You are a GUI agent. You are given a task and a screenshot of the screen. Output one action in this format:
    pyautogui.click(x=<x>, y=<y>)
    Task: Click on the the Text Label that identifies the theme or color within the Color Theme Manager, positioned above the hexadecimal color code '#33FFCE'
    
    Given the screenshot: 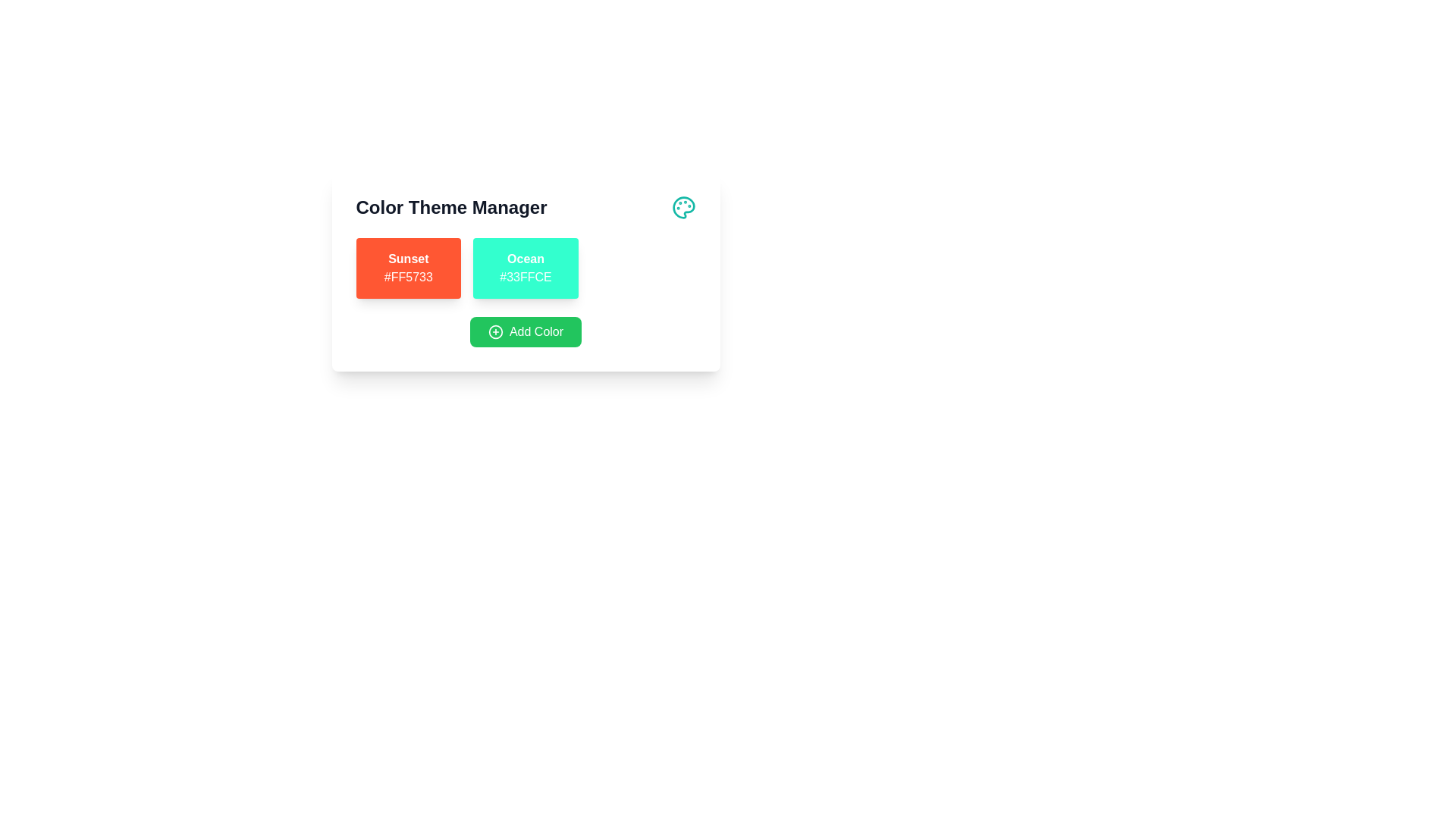 What is the action you would take?
    pyautogui.click(x=526, y=259)
    